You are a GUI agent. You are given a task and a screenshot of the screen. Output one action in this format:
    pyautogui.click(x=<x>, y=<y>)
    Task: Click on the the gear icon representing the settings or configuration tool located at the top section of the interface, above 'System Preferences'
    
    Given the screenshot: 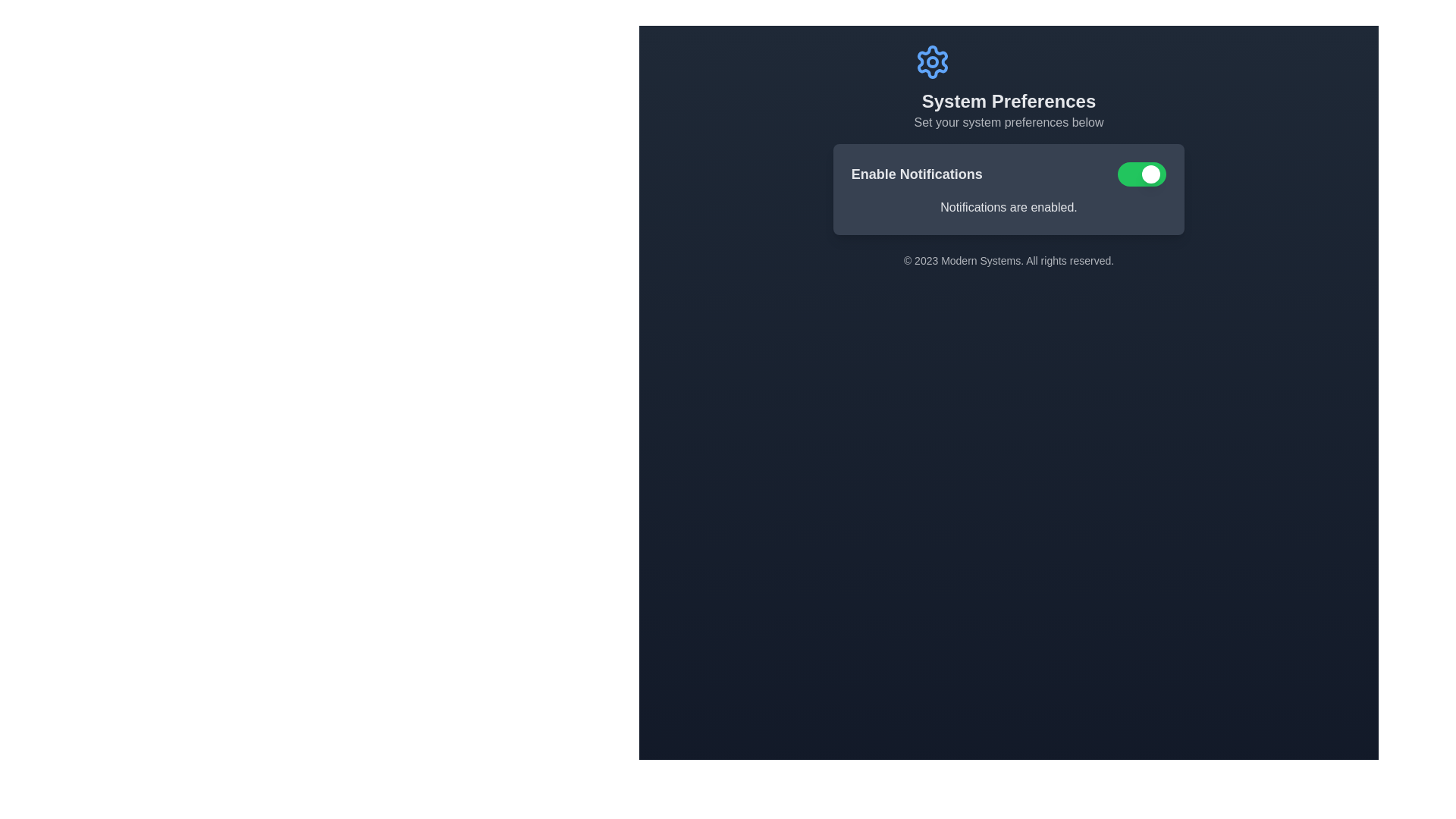 What is the action you would take?
    pyautogui.click(x=931, y=61)
    